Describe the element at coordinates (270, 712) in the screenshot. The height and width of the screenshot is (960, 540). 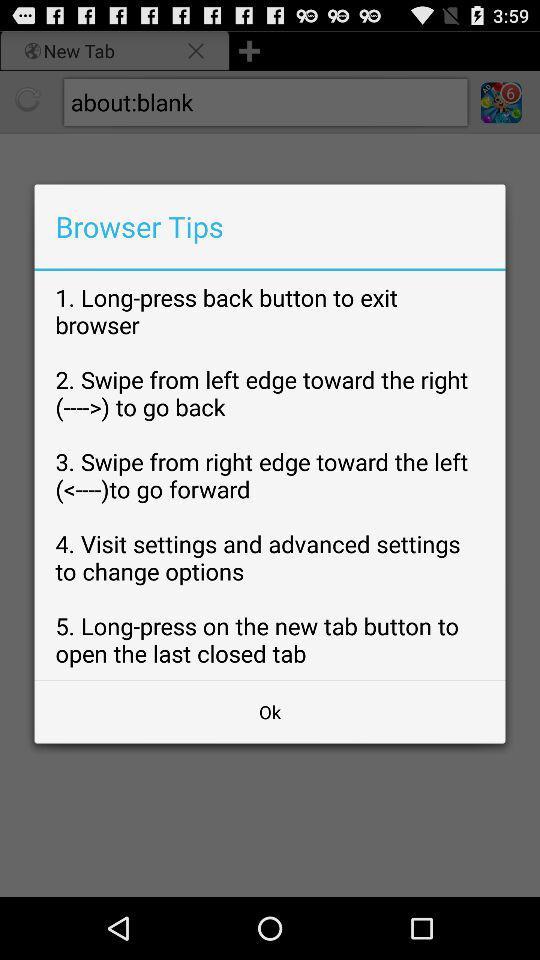
I see `the button at the bottom` at that location.